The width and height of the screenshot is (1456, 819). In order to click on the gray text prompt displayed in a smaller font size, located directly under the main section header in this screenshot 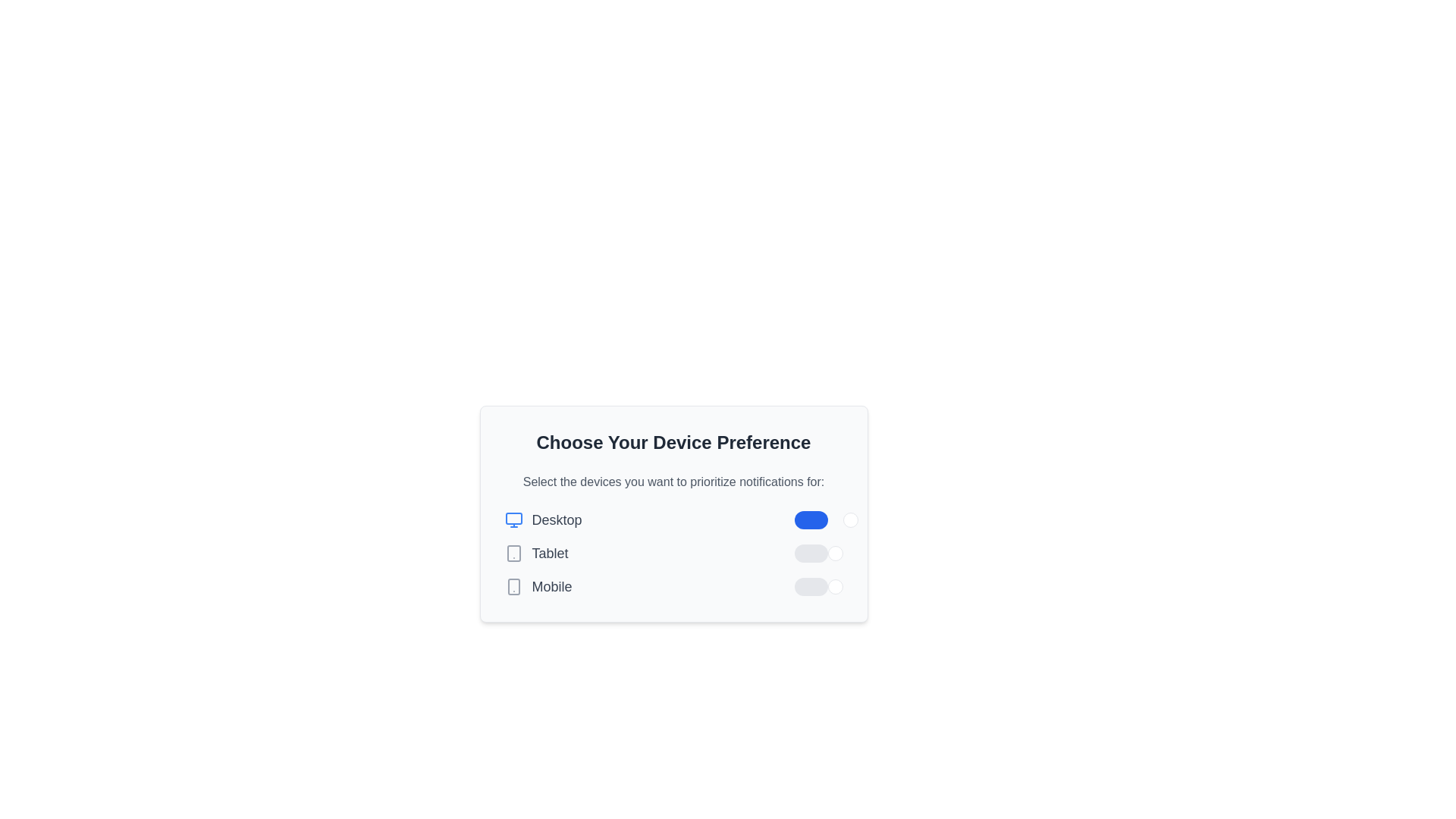, I will do `click(673, 482)`.